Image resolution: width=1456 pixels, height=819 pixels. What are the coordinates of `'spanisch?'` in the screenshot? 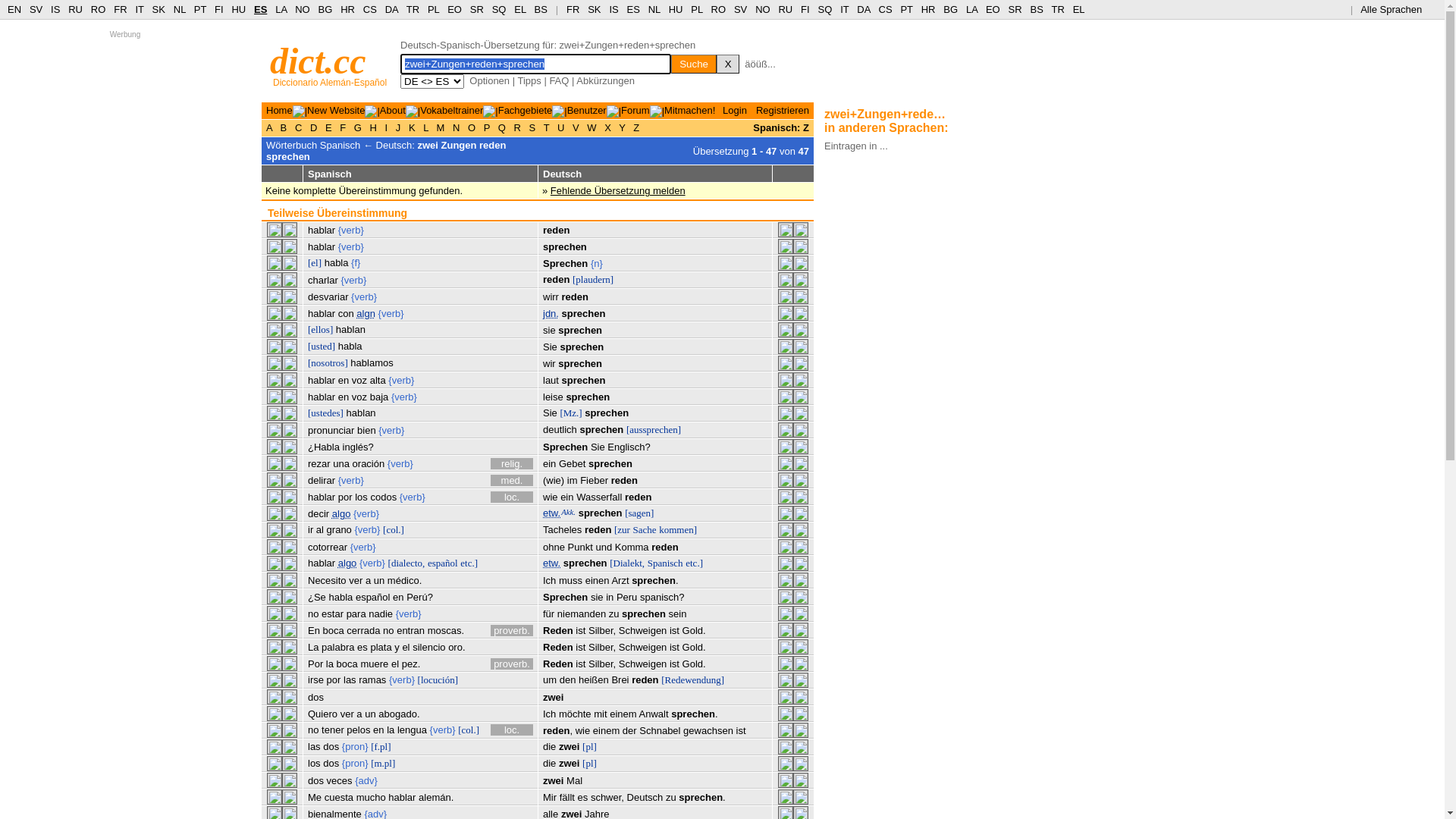 It's located at (662, 596).